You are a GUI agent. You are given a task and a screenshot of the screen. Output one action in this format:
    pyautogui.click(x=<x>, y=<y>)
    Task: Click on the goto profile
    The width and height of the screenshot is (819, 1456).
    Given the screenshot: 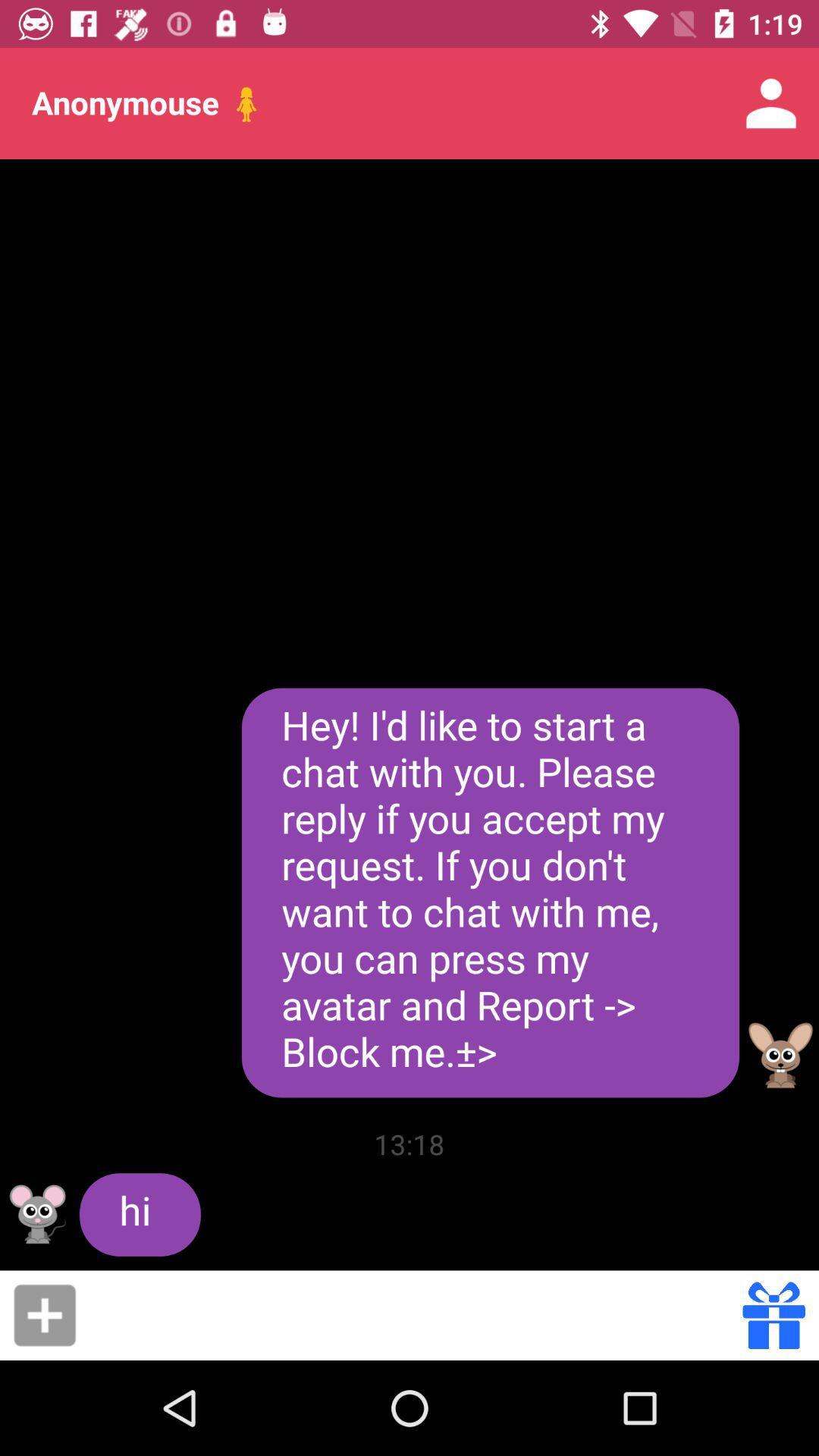 What is the action you would take?
    pyautogui.click(x=780, y=1055)
    